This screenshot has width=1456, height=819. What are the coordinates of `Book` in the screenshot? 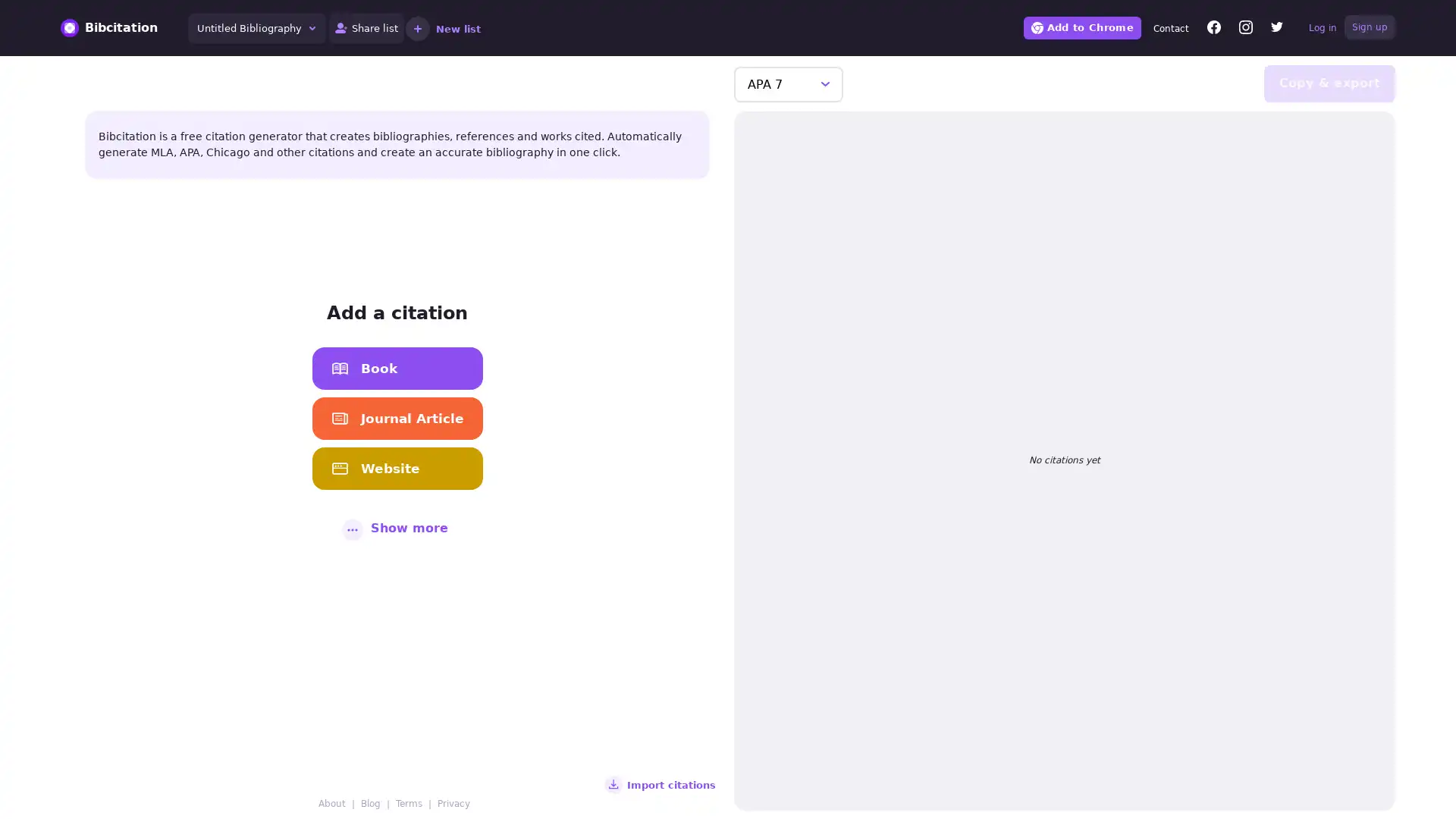 It's located at (397, 368).